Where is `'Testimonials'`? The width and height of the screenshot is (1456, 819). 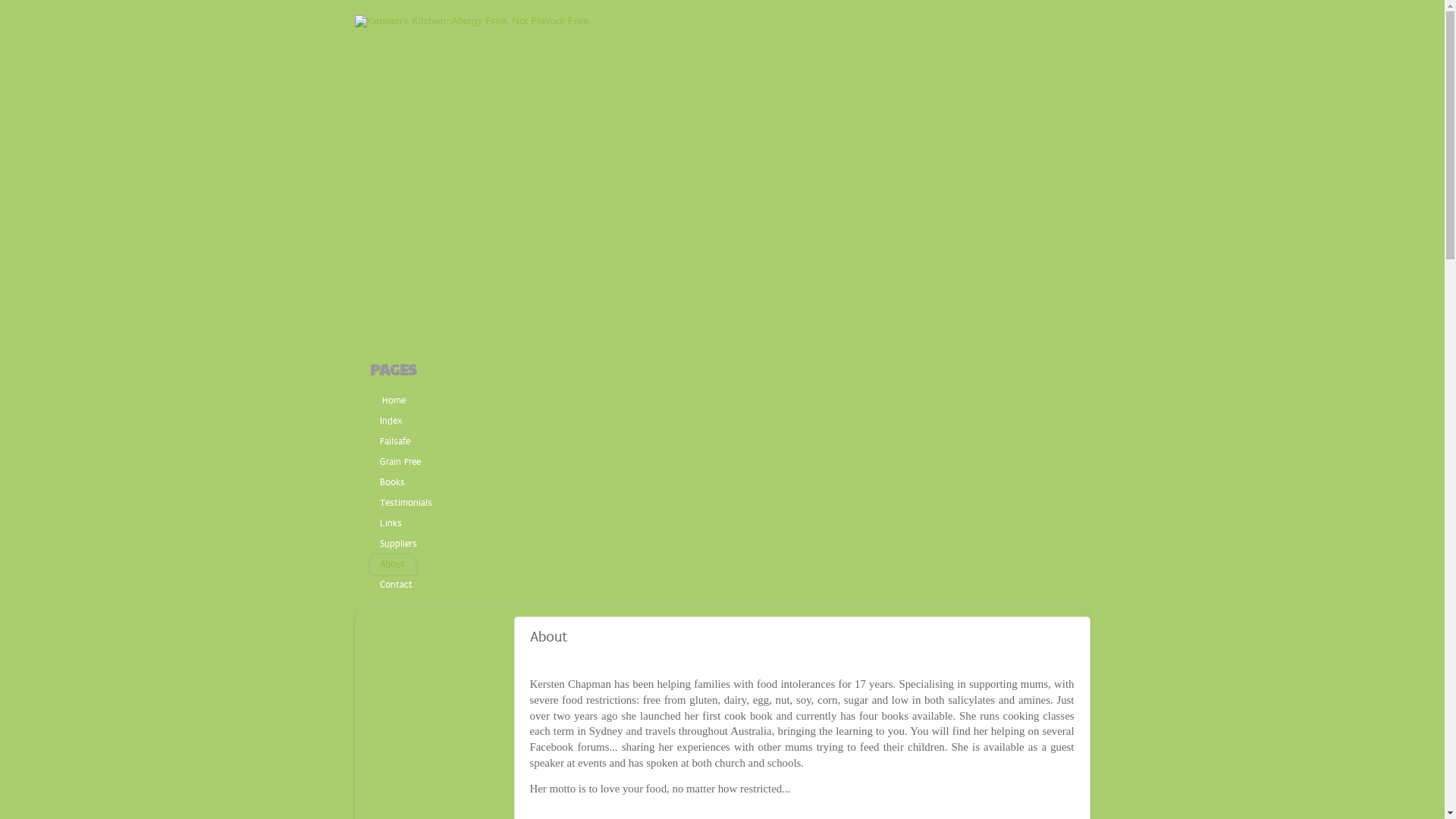
'Testimonials' is located at coordinates (406, 503).